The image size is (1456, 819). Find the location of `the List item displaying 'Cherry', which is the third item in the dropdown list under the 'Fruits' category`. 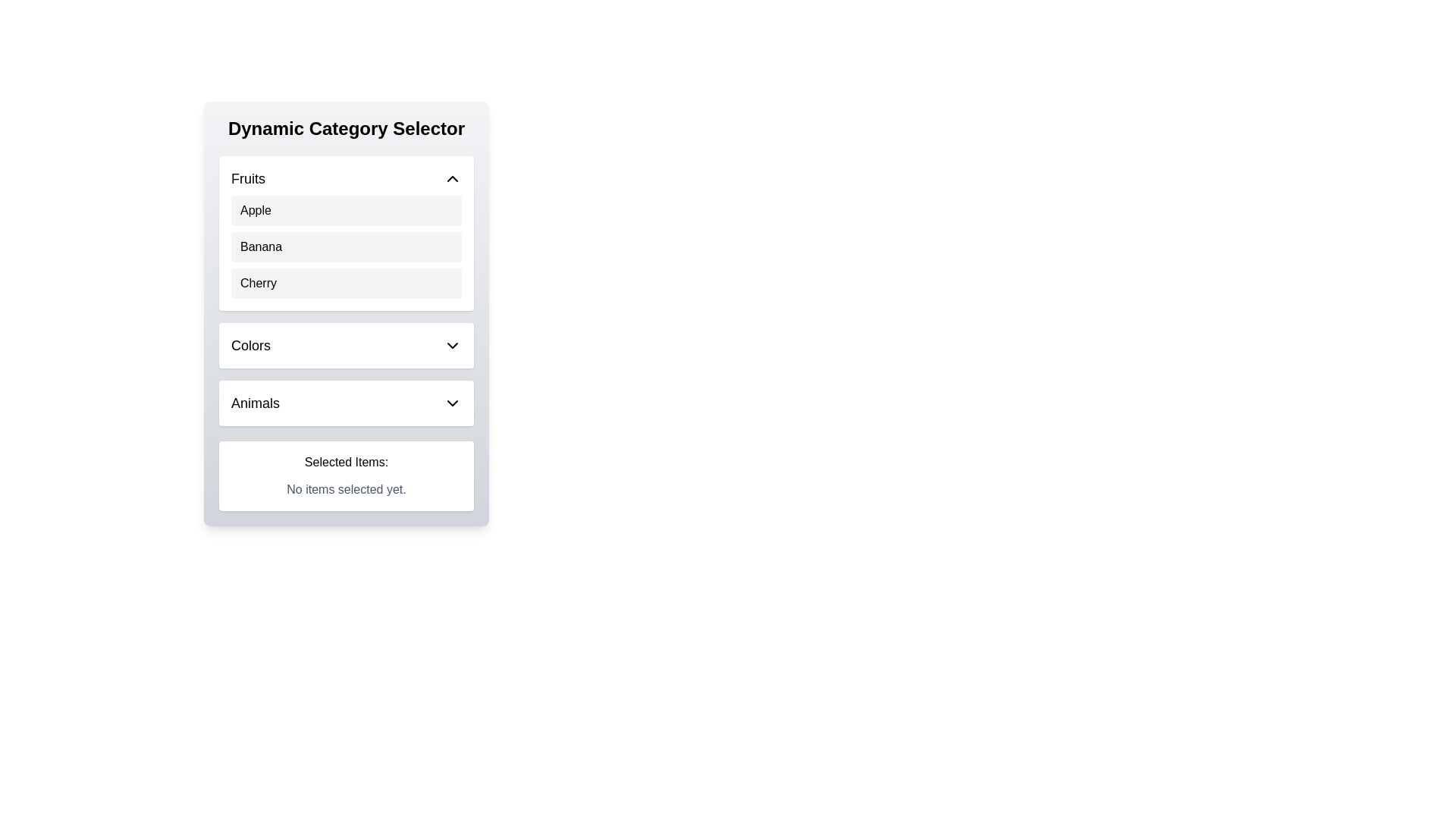

the List item displaying 'Cherry', which is the third item in the dropdown list under the 'Fruits' category is located at coordinates (345, 284).